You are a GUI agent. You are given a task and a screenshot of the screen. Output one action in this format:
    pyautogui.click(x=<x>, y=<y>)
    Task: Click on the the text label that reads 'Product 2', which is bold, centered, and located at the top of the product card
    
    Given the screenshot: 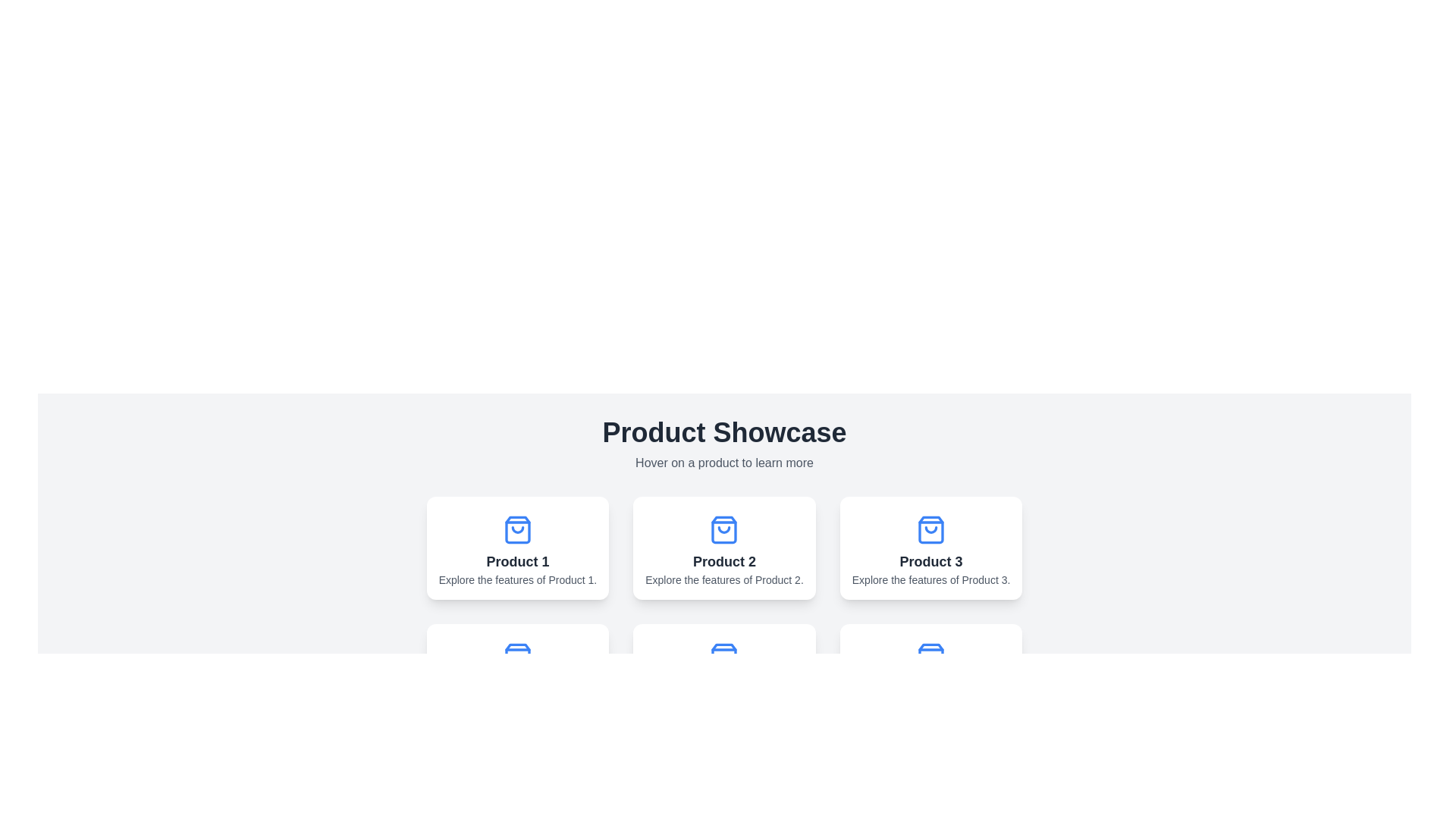 What is the action you would take?
    pyautogui.click(x=723, y=561)
    